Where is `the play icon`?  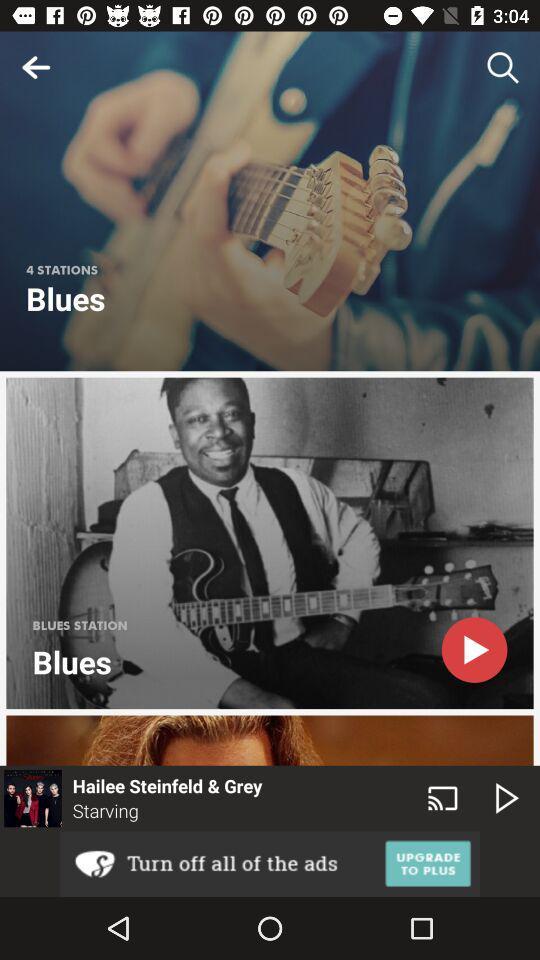 the play icon is located at coordinates (507, 798).